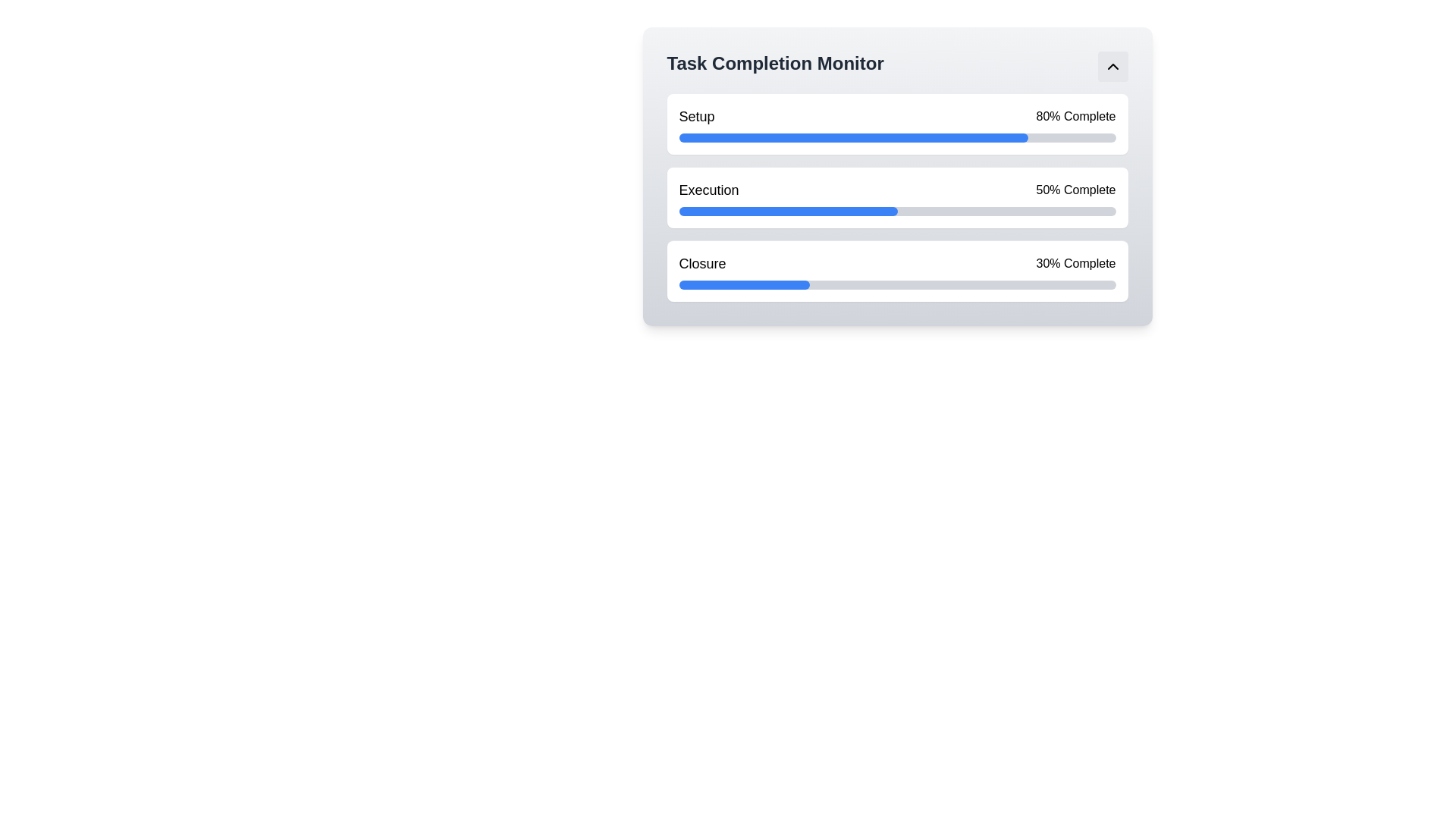  What do you see at coordinates (1075, 189) in the screenshot?
I see `the '50% Complete' text label, which is displayed in bold black font and located to the right of the associated progress bar in the task progress monitor interface` at bounding box center [1075, 189].